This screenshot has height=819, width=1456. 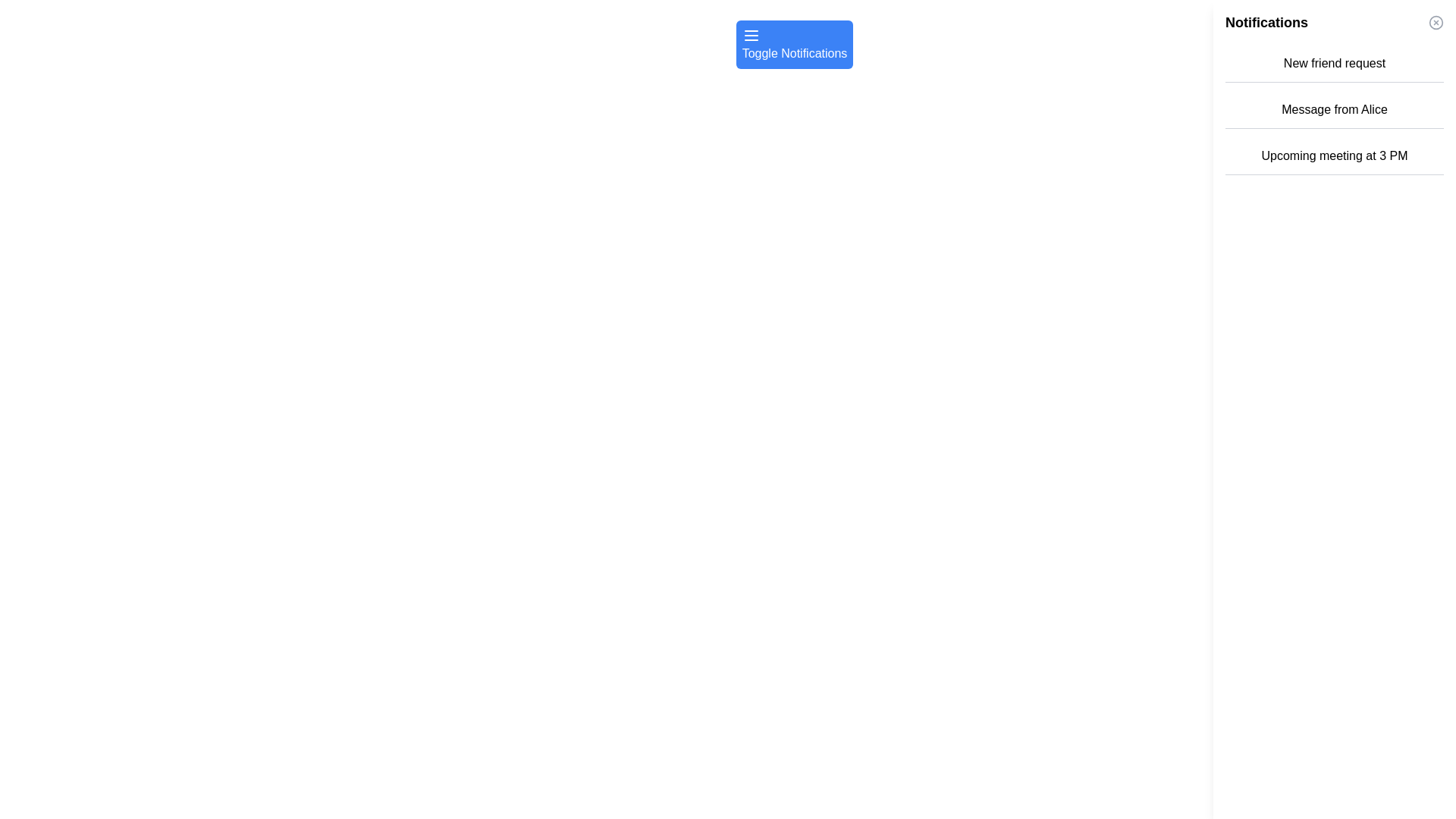 What do you see at coordinates (1266, 23) in the screenshot?
I see `the bold text label displaying 'Notifications' at the top-right section of the panel` at bounding box center [1266, 23].